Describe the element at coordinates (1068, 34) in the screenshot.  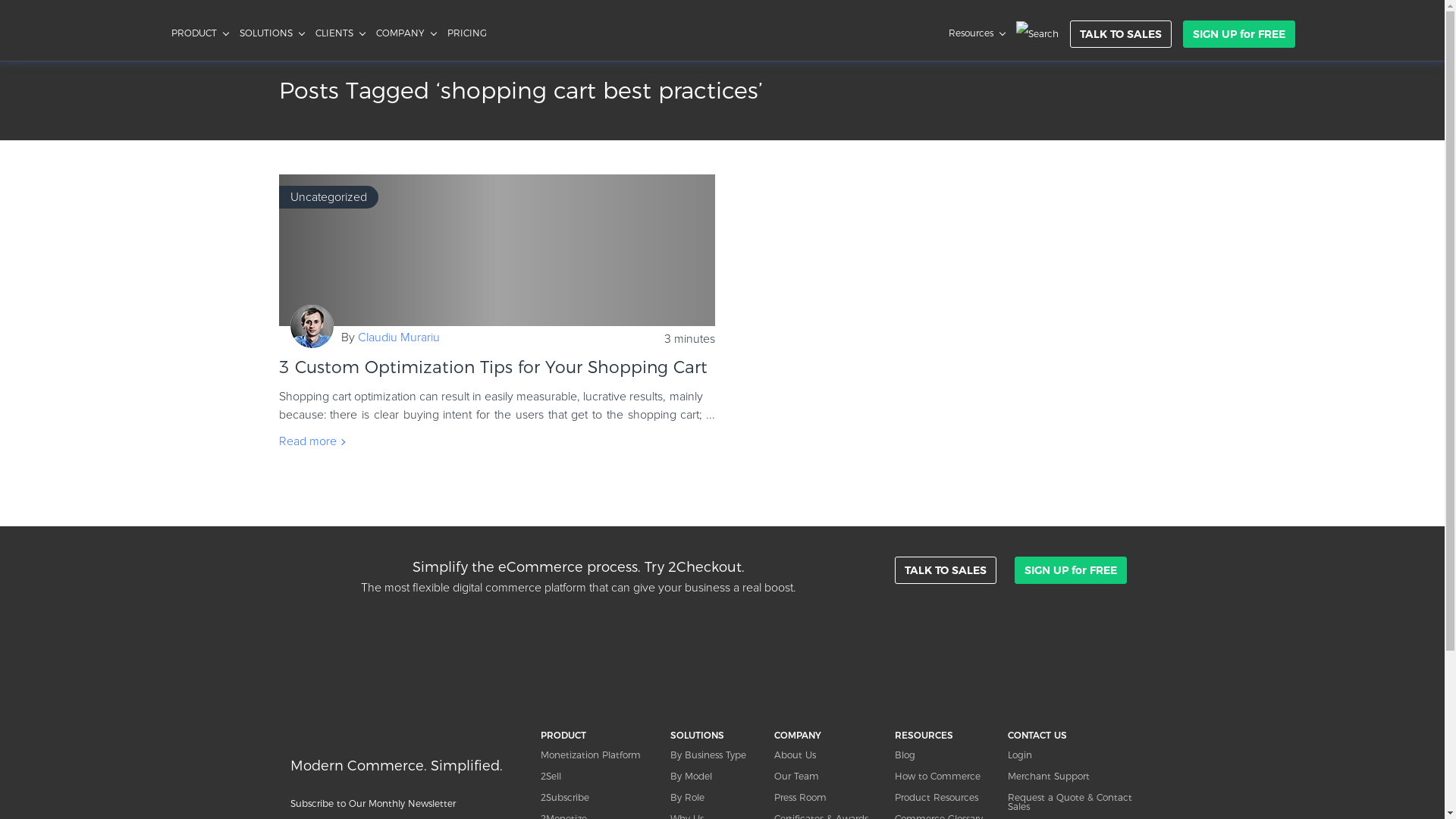
I see `'TALK TO SALES'` at that location.